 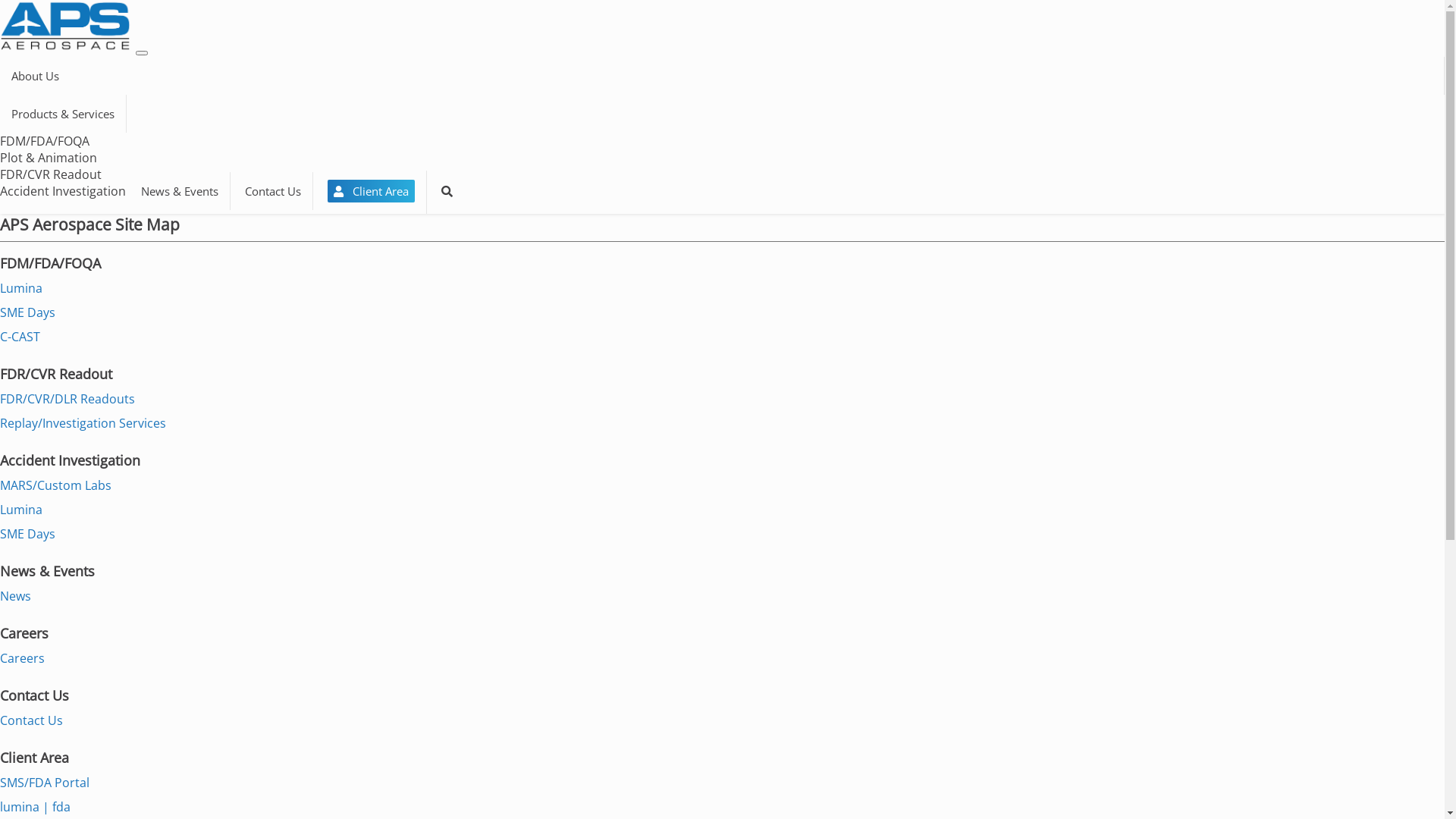 I want to click on 'Lumina', so click(x=21, y=509).